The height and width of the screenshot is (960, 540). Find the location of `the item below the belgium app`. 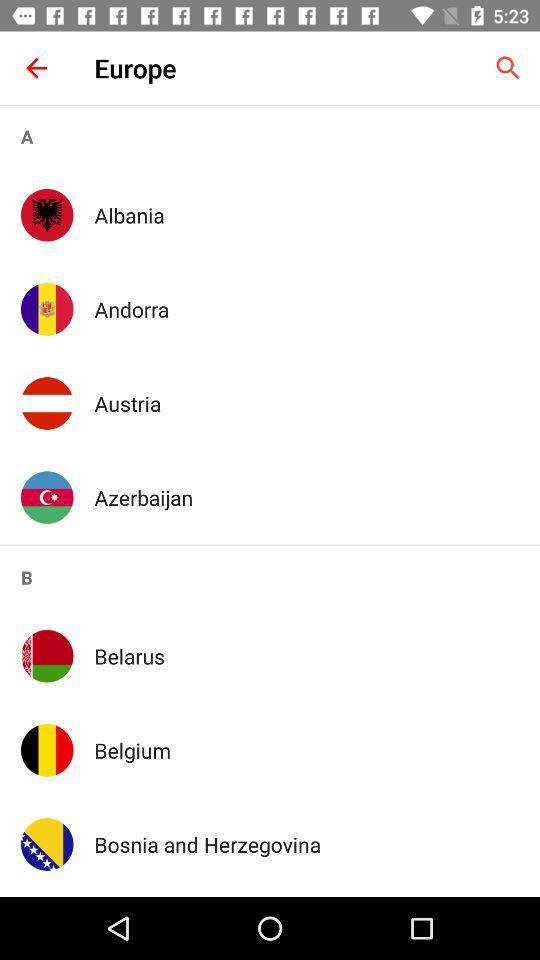

the item below the belgium app is located at coordinates (306, 843).